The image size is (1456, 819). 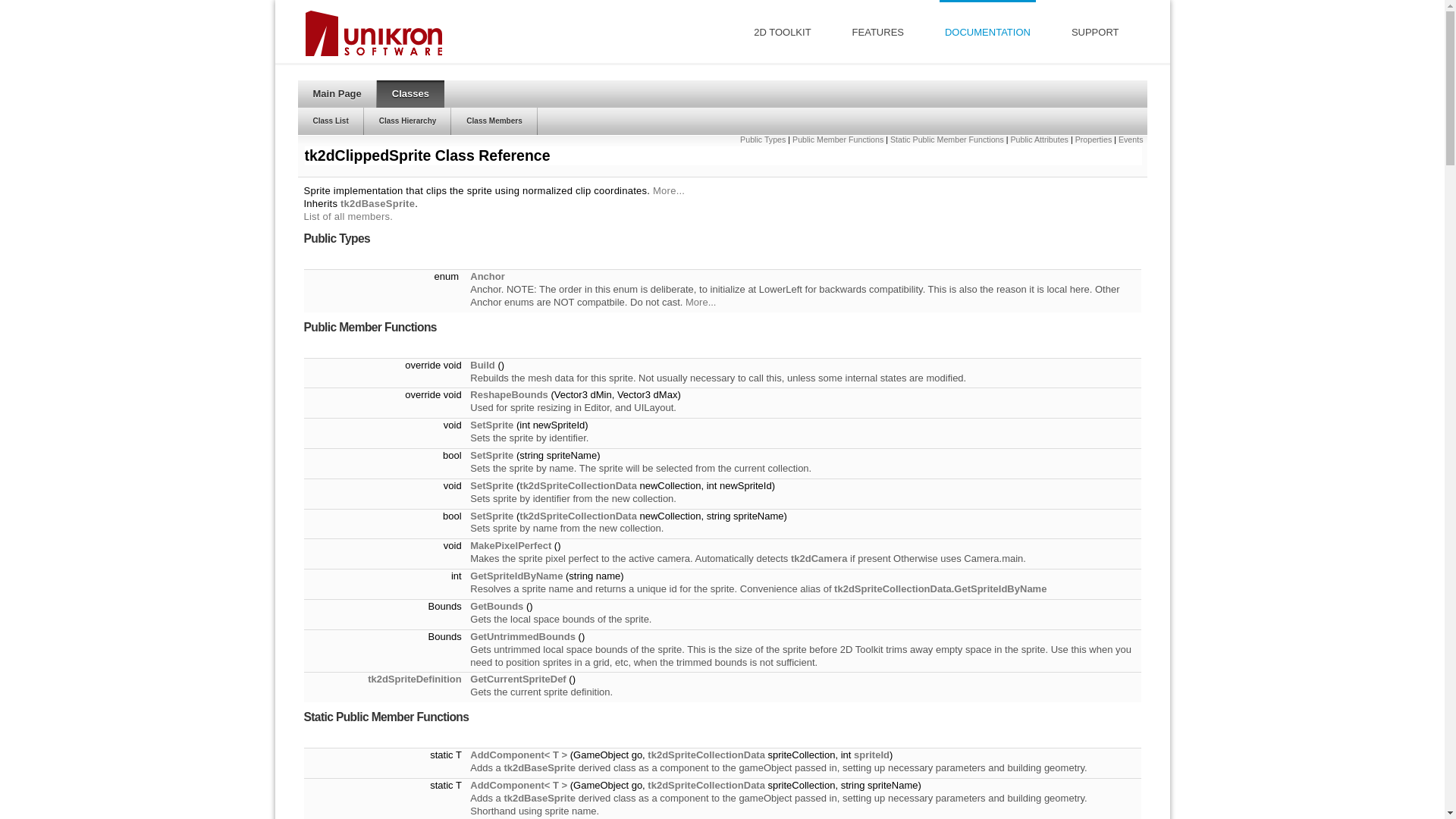 What do you see at coordinates (496, 605) in the screenshot?
I see `'GetBounds'` at bounding box center [496, 605].